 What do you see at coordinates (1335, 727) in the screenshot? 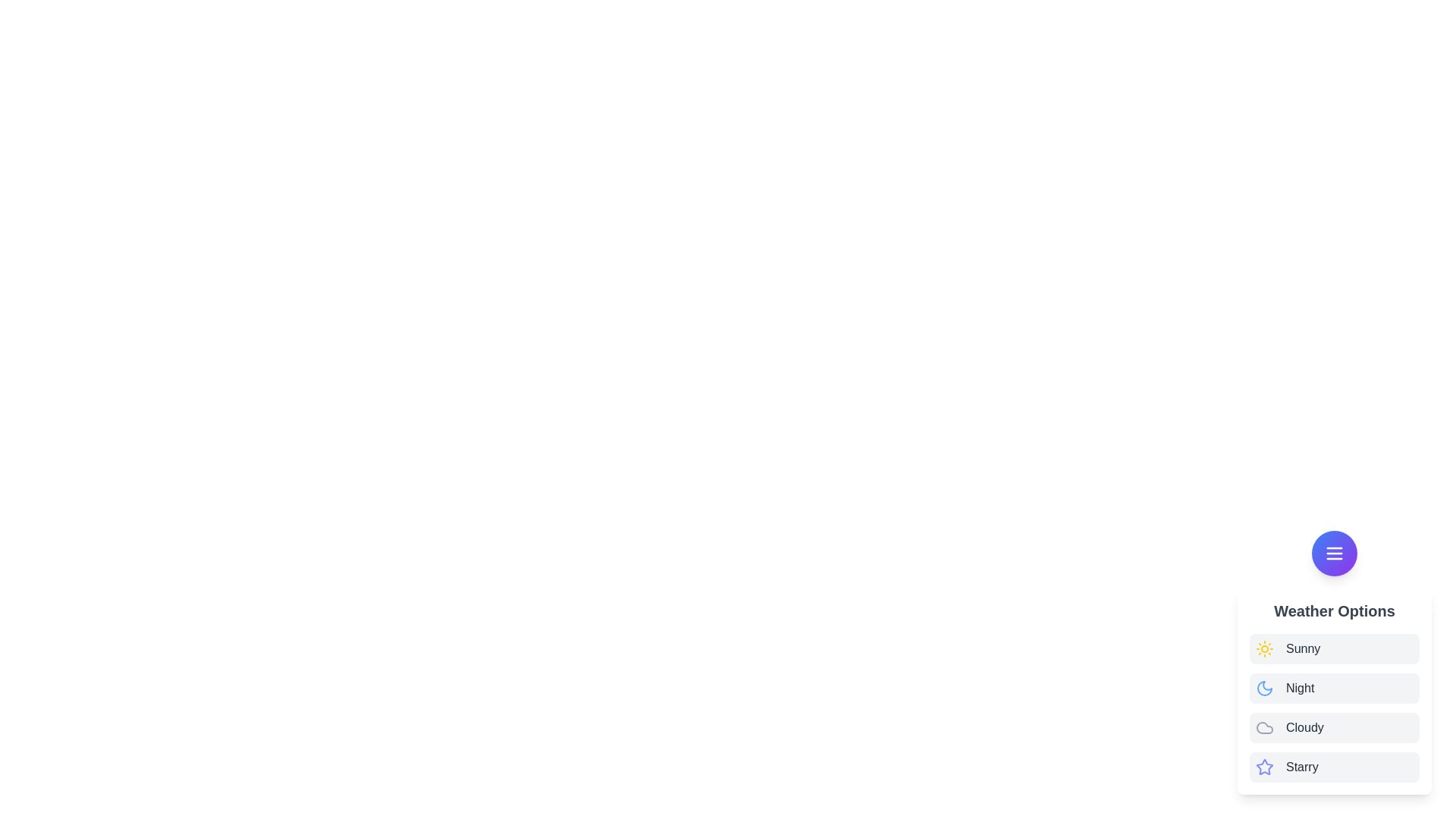
I see `the weather option Cloudy to observe hover effects` at bounding box center [1335, 727].